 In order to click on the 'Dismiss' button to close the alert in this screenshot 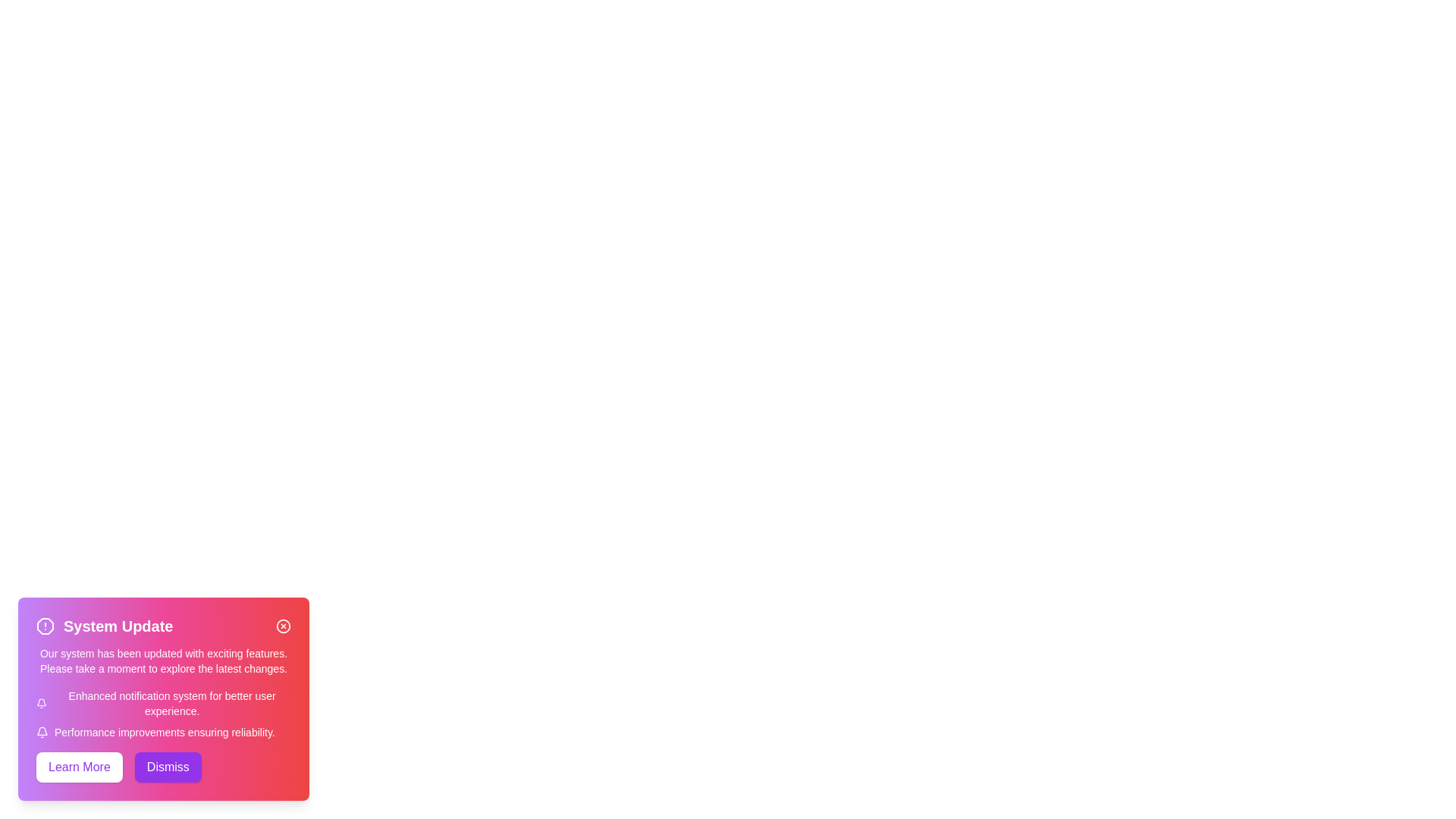, I will do `click(168, 767)`.